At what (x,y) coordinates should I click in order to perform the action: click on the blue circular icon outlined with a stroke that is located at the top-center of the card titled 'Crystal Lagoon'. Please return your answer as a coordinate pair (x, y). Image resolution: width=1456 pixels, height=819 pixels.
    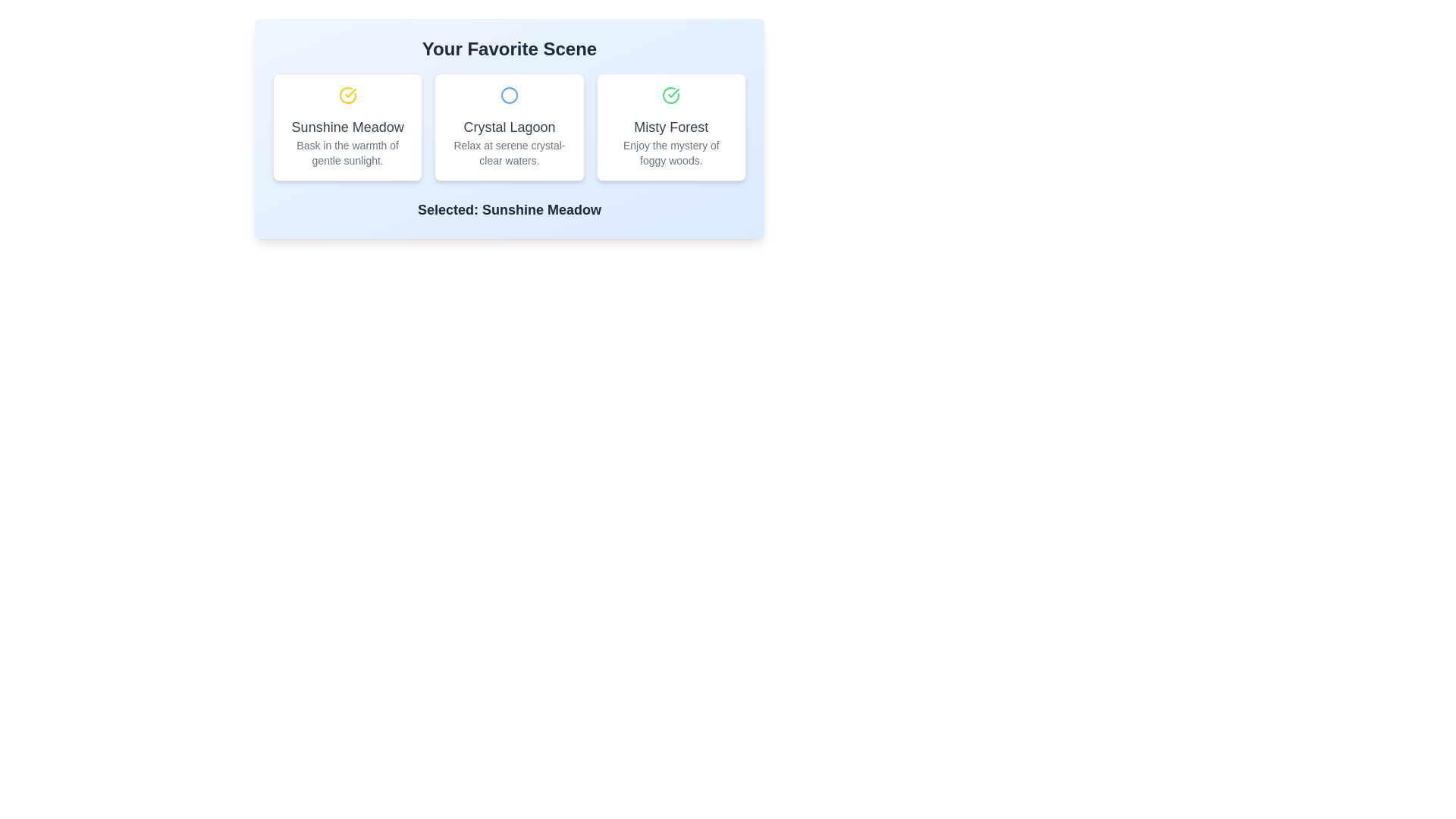
    Looking at the image, I should click on (510, 96).